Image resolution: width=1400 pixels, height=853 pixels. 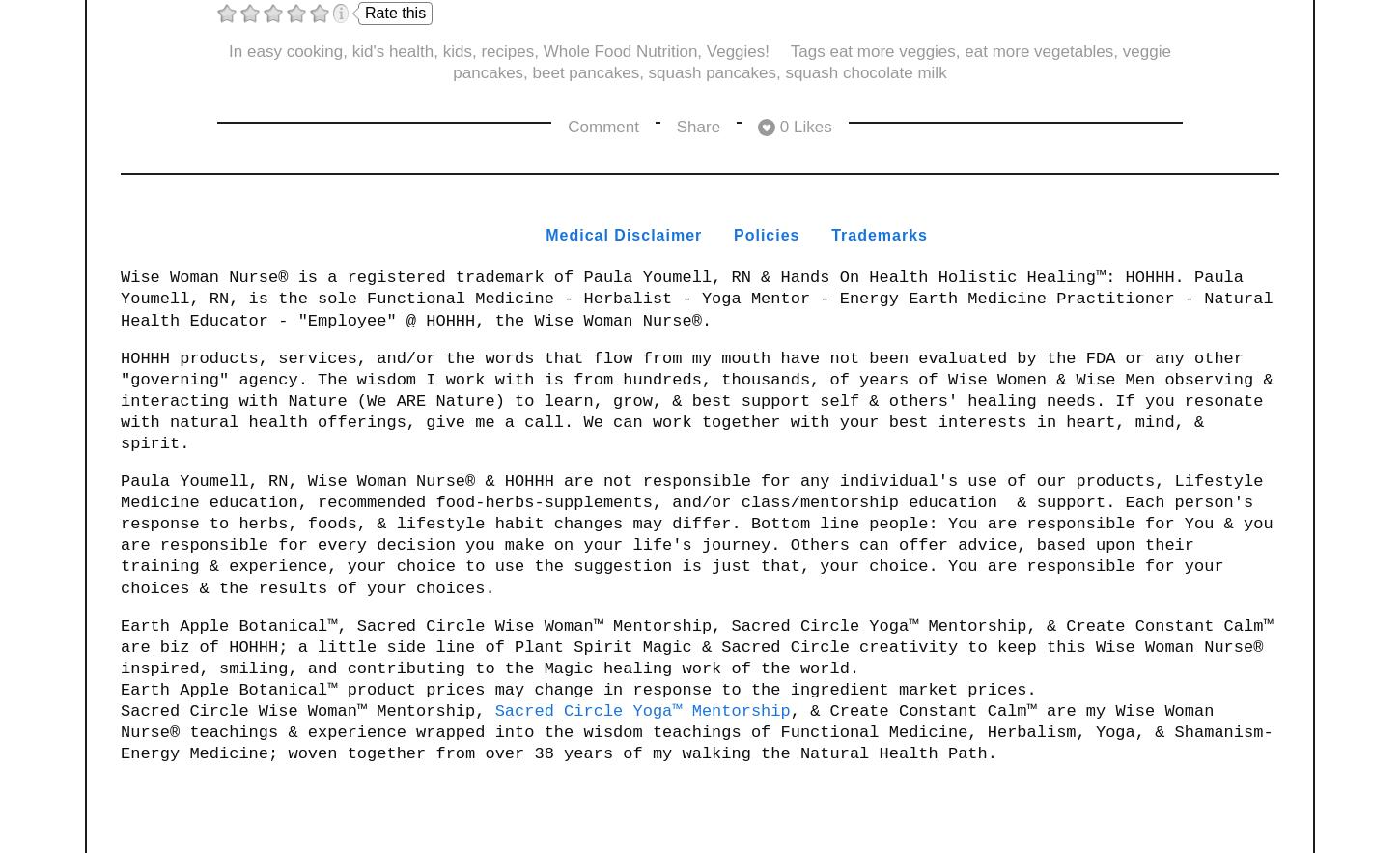 I want to click on 'HOHHH products, services, and/or the words that flow from my mouth have not been evaluated by the FDA or any other "governing" agency. The wisdom I work with is from hundreds, thousands, of years of Wise Women & Wise Men observing & interacting with Nature (We ARE Nature) to learn, grow, & best support self & others' healing needs. If you resonate with natural health offerings, give me a call. We can work together with your best interests in heart, mind, & spirit.', so click(x=701, y=400).